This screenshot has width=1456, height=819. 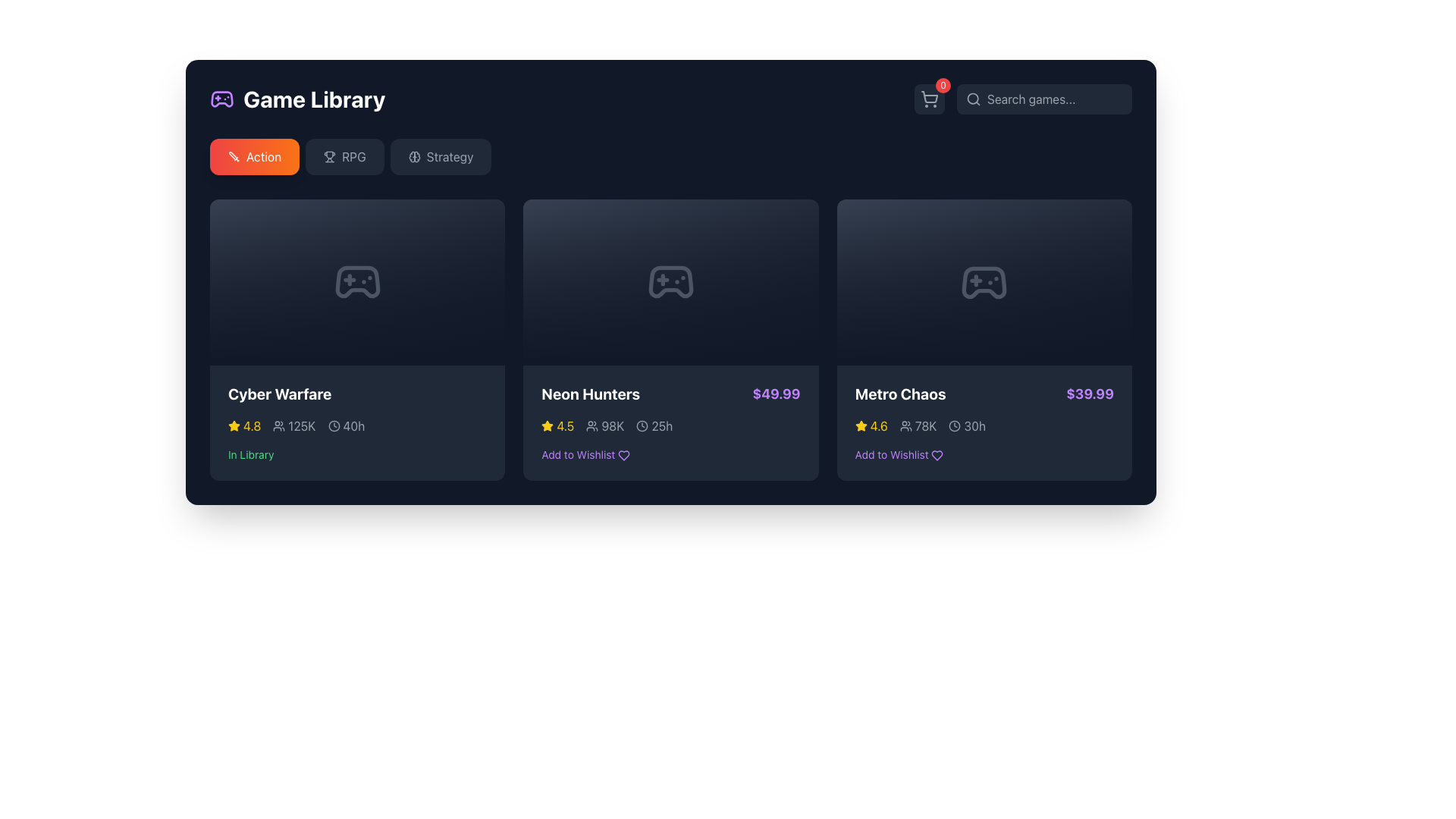 I want to click on the heart-shaped icon for adding items to the wishlist, which is located to the left of the 'Add to Wishlist' text in the card for the game 'Neon Hunters.', so click(x=624, y=455).